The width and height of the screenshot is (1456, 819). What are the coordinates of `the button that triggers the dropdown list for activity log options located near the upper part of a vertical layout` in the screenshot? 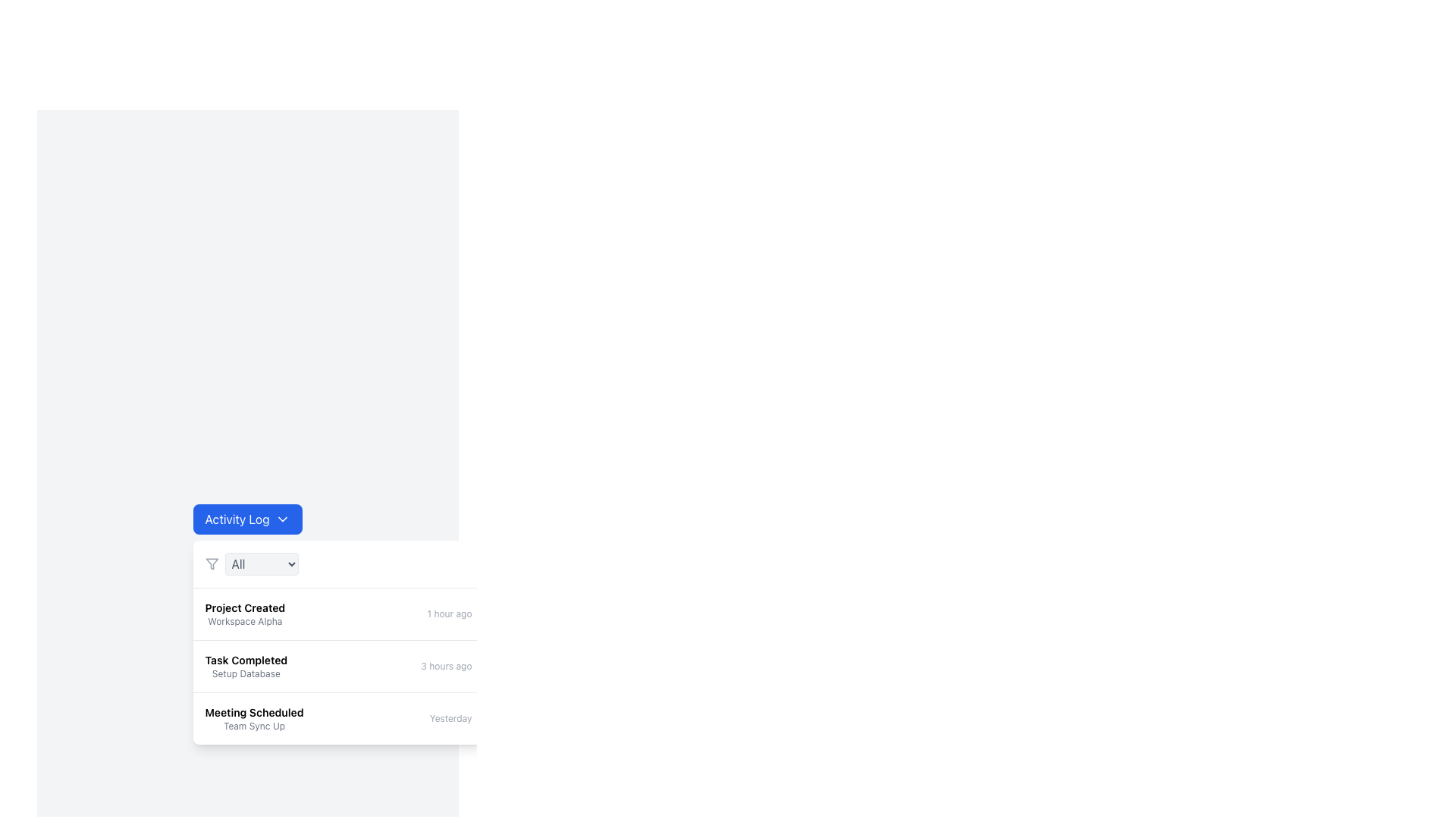 It's located at (247, 519).